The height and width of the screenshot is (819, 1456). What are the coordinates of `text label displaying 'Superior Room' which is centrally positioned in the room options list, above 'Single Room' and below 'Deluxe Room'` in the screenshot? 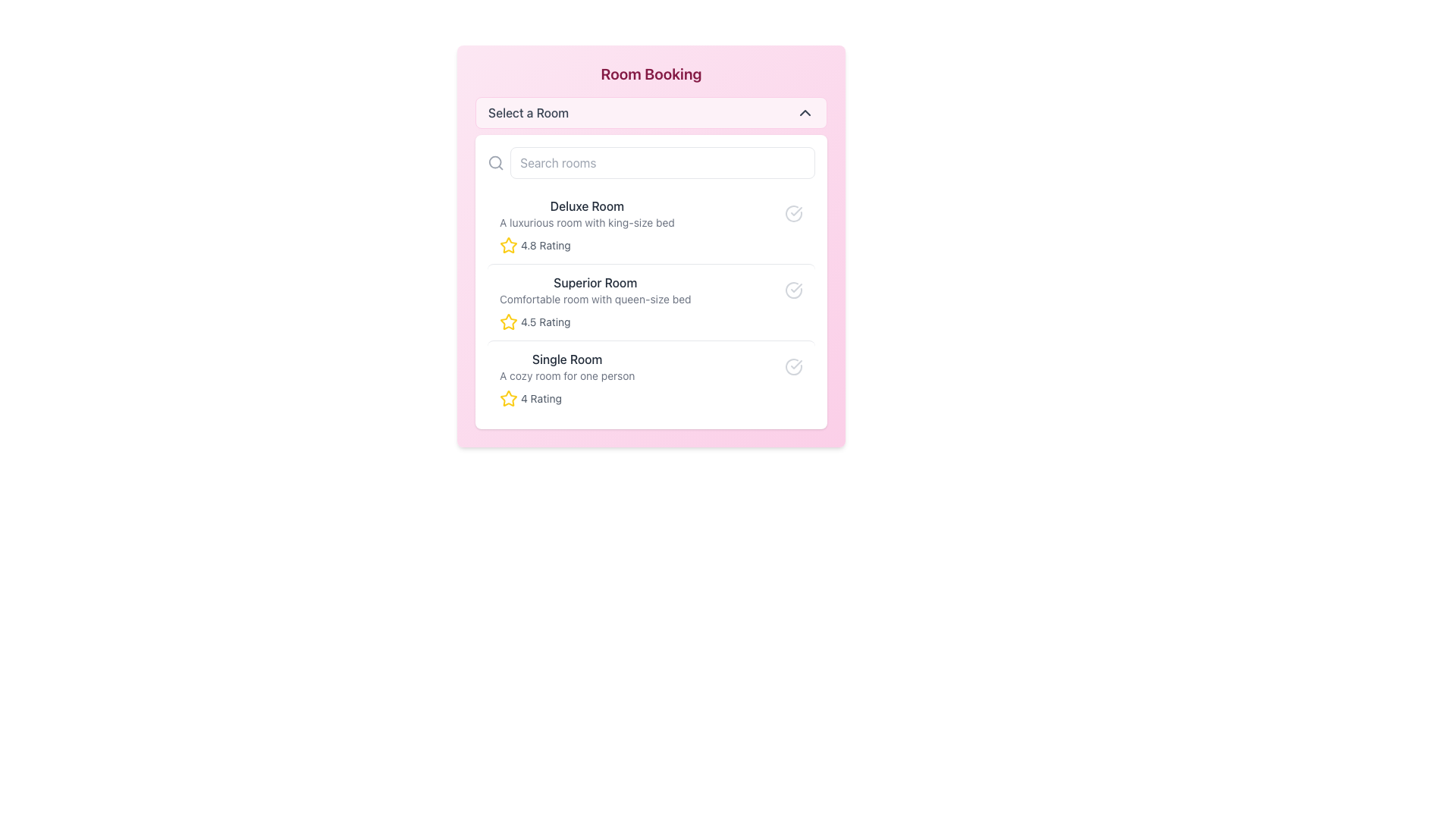 It's located at (595, 283).